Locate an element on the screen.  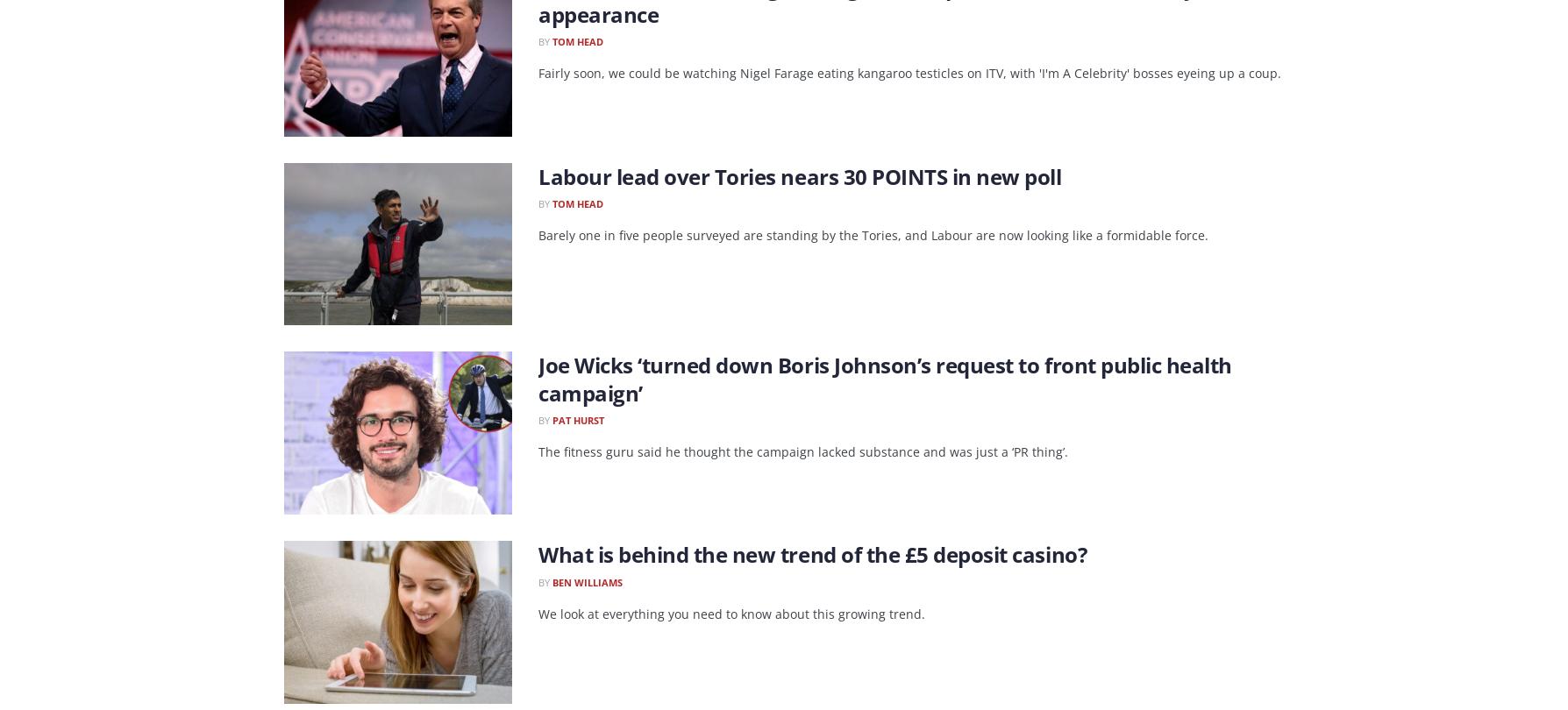
'We look at everything you need to know about this growing trend.' is located at coordinates (538, 612).